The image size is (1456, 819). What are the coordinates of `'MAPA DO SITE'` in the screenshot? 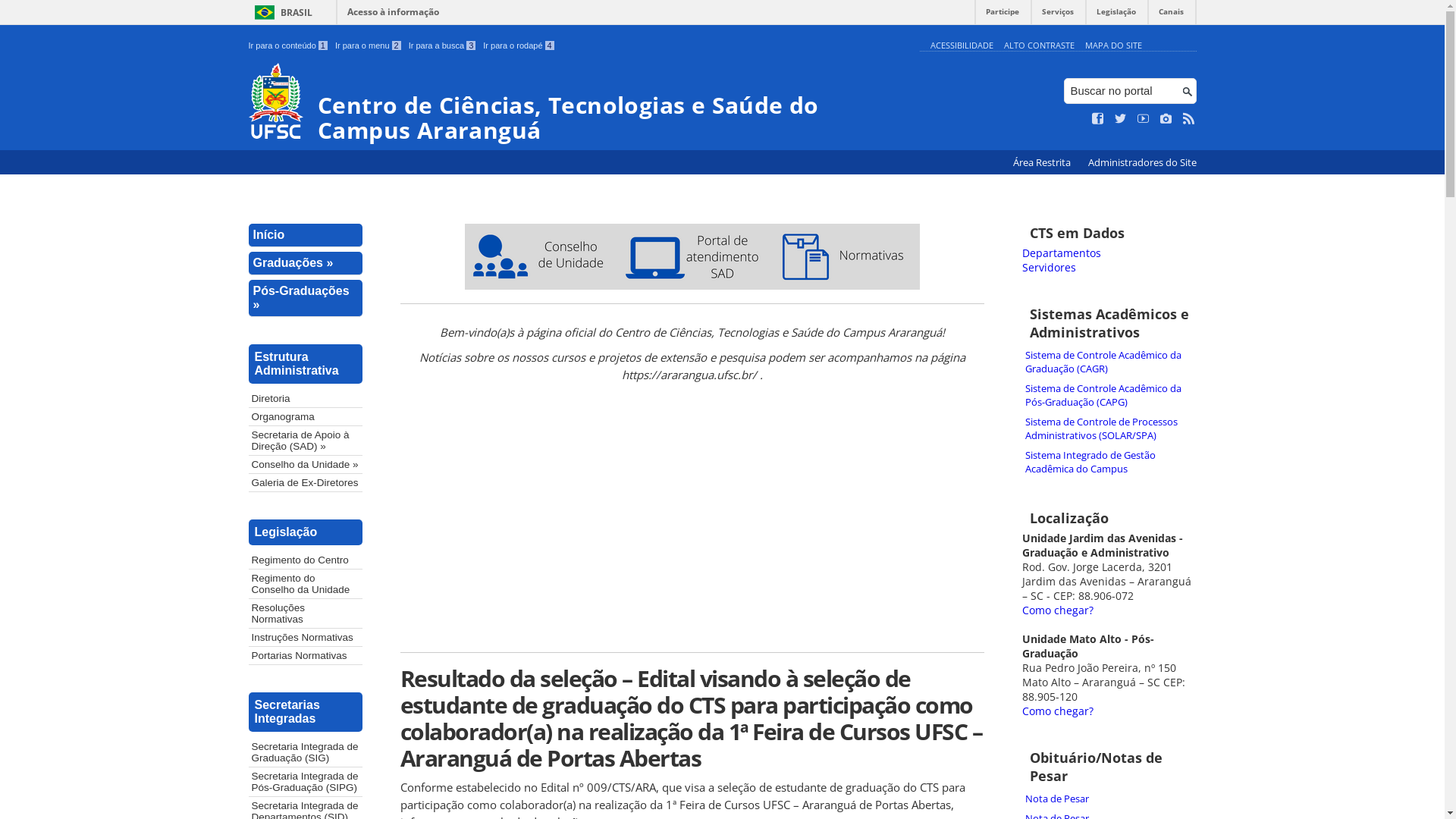 It's located at (1112, 44).